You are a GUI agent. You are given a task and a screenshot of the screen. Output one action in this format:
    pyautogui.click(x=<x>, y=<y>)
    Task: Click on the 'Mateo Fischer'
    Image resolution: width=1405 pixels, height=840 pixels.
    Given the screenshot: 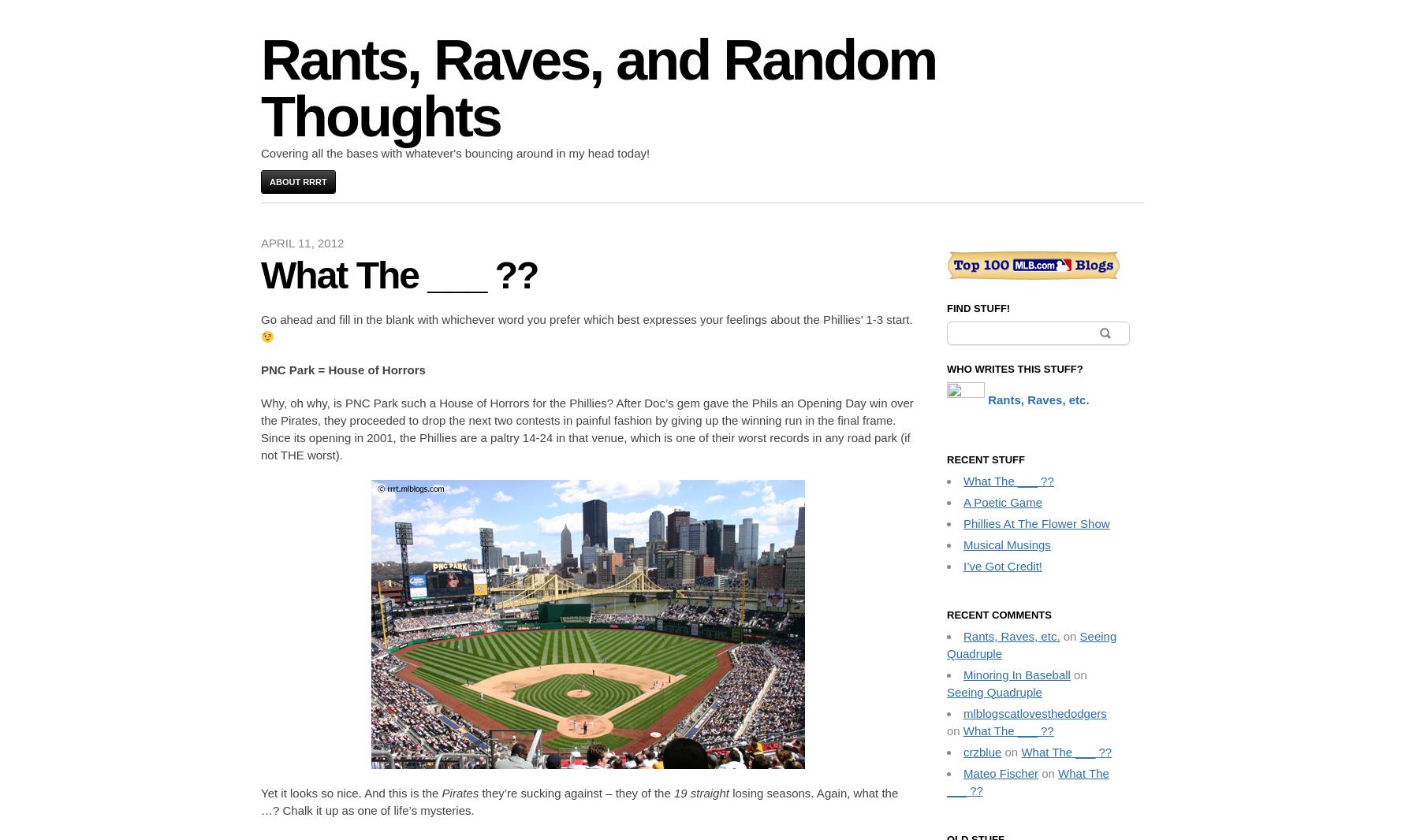 What is the action you would take?
    pyautogui.click(x=1001, y=772)
    